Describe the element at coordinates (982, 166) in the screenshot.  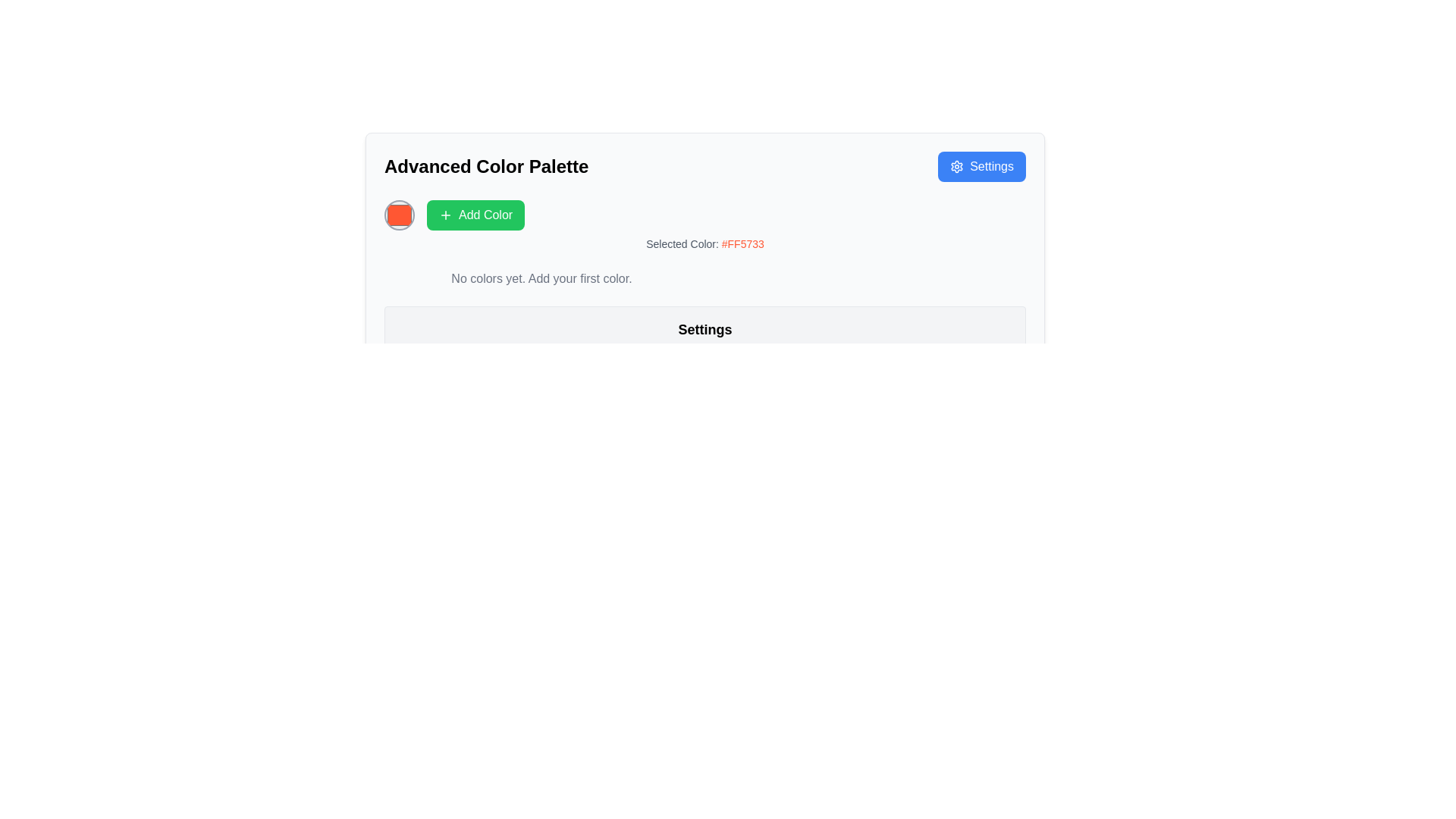
I see `the button located at the far-right end of the header titled 'Advanced Color Palette'` at that location.